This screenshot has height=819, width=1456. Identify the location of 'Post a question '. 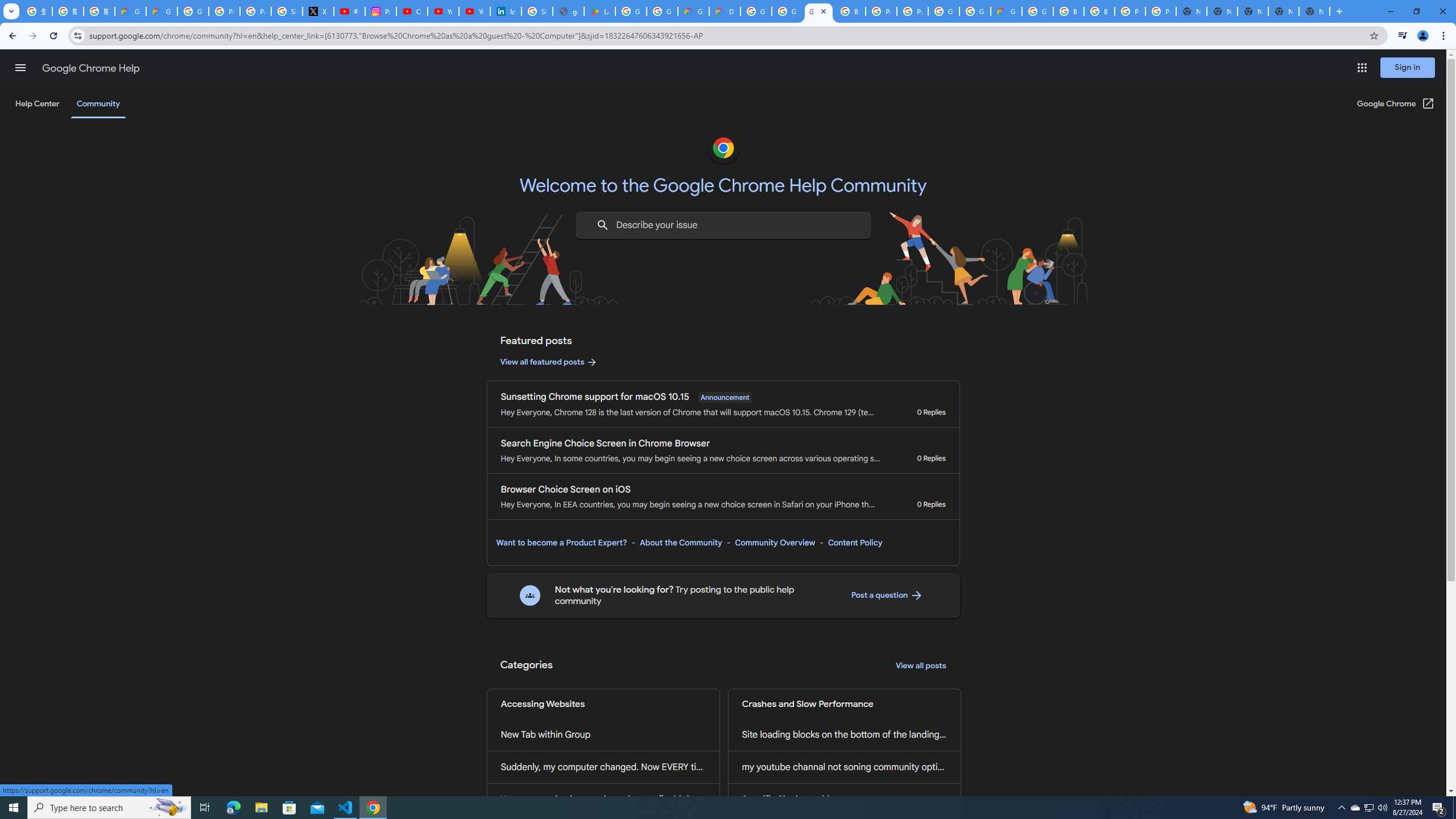
(886, 594).